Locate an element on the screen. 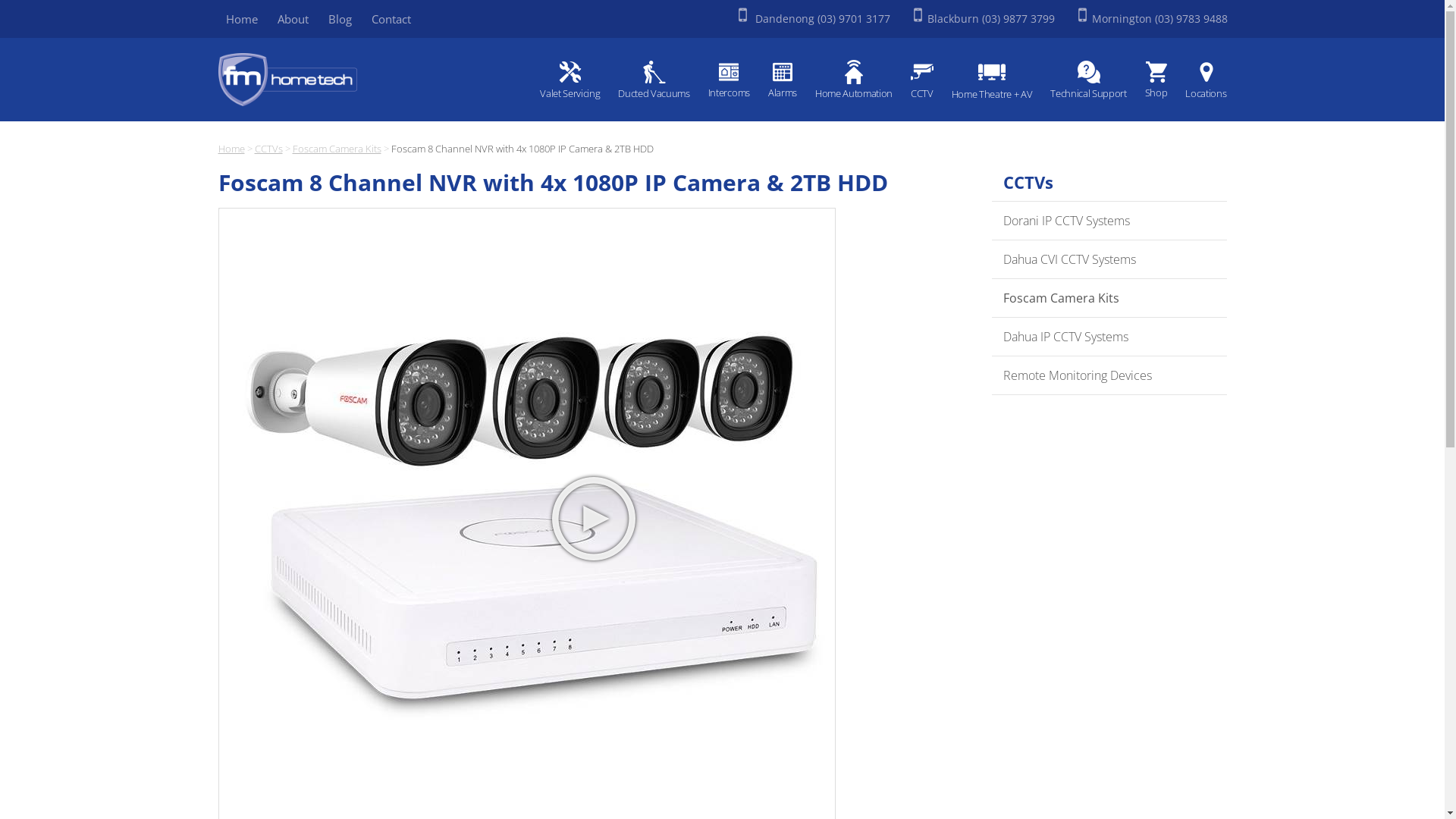 The width and height of the screenshot is (1456, 819). 'Foscam Camera Kits' is located at coordinates (1109, 298).